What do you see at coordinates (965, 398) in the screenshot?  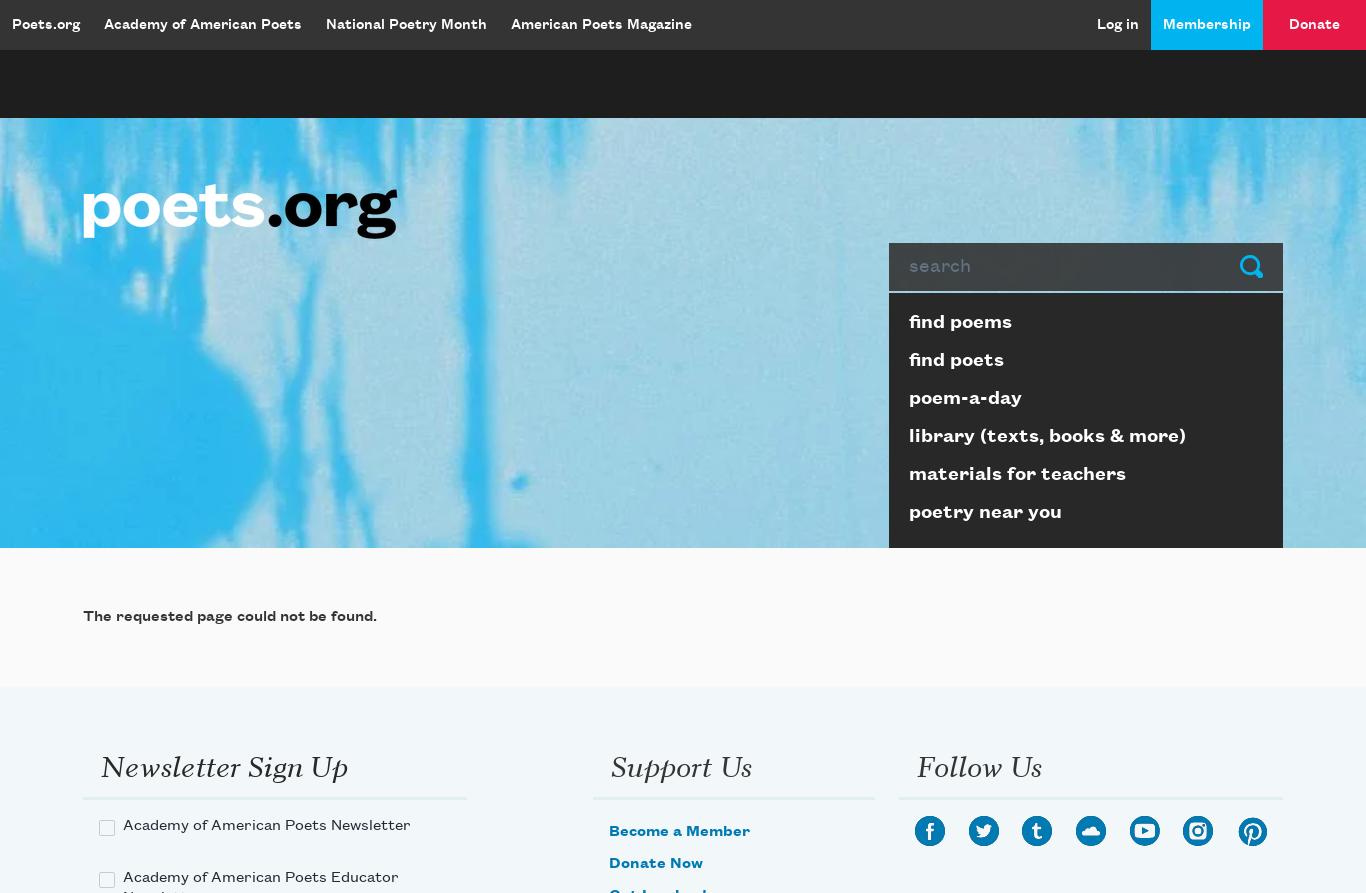 I see `'poem-a-day'` at bounding box center [965, 398].